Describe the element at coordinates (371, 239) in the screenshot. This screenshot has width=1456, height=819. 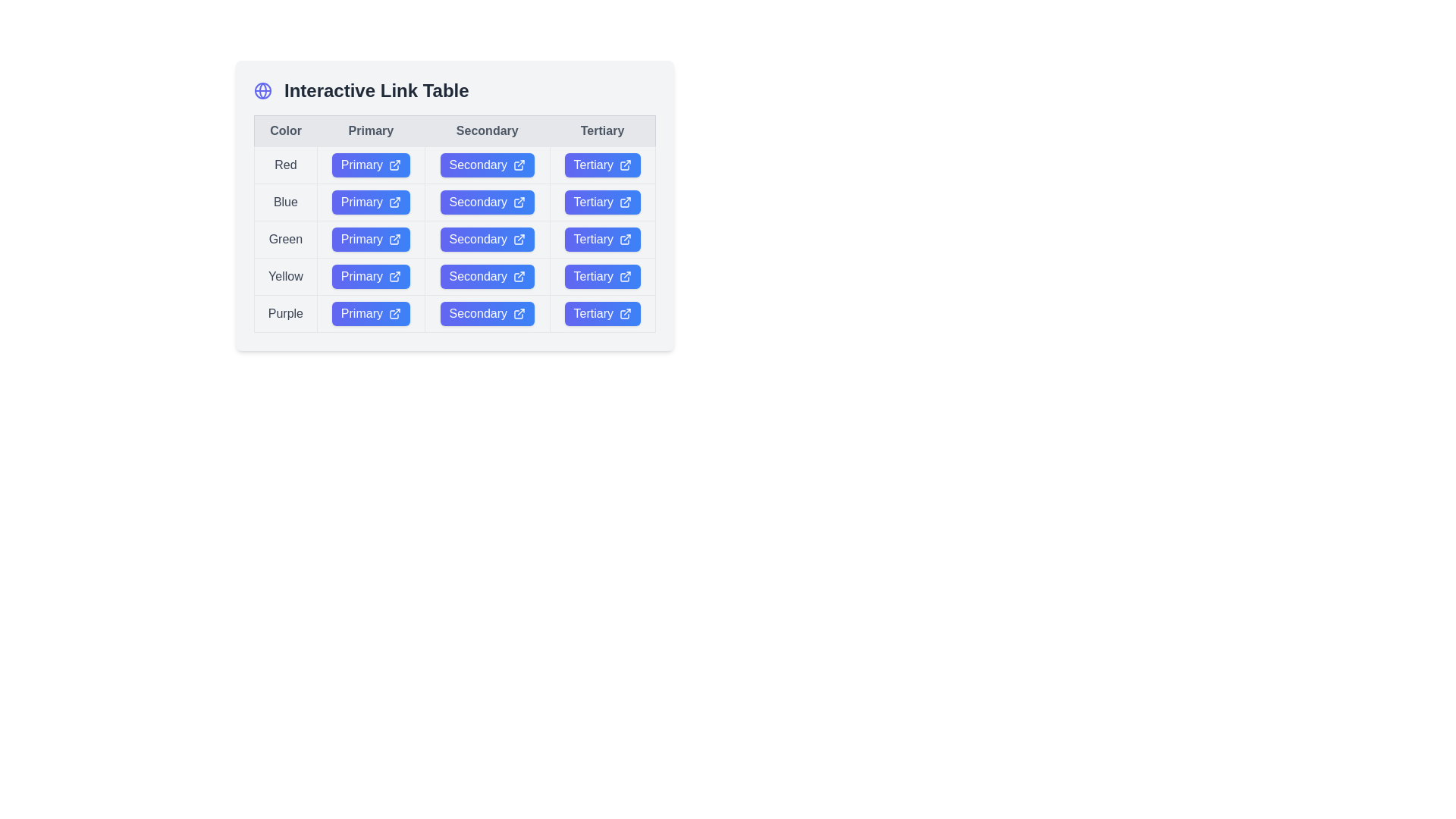
I see `the 'Primary' button with a gradient color from indigo to blue, containing white text` at that location.